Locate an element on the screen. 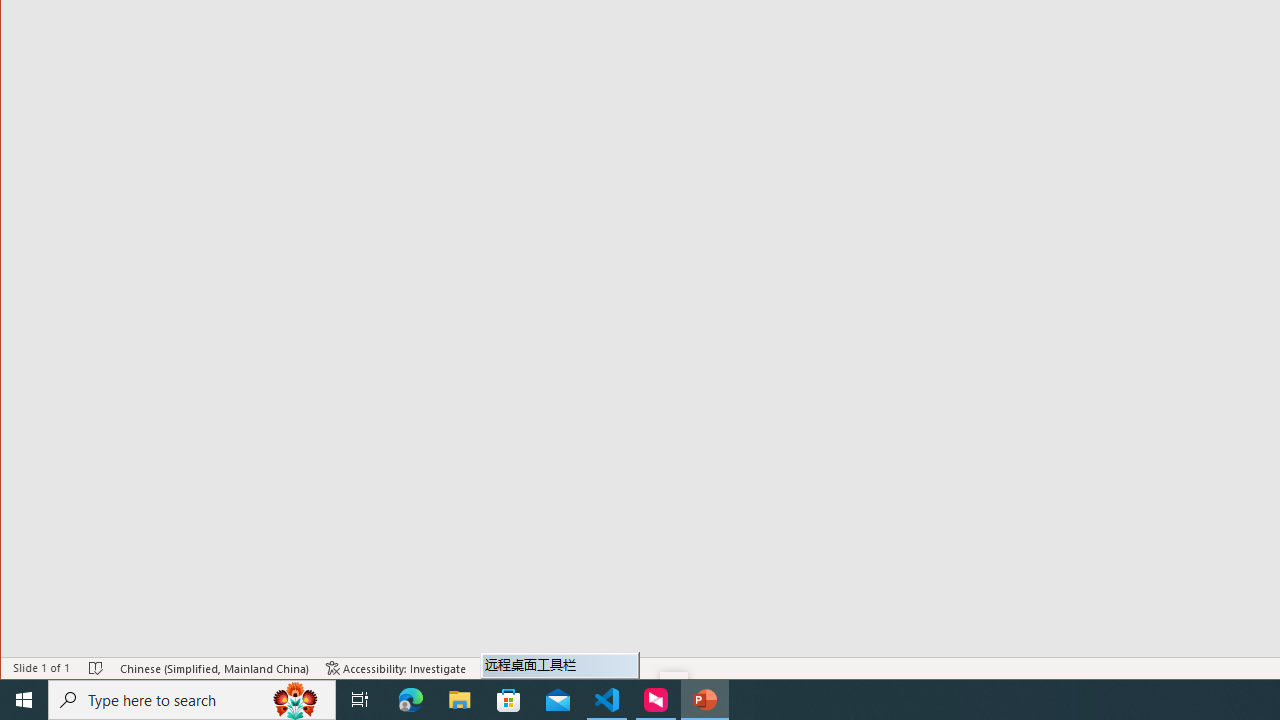 The width and height of the screenshot is (1280, 720). 'Spell Check No Errors' is located at coordinates (95, 668).